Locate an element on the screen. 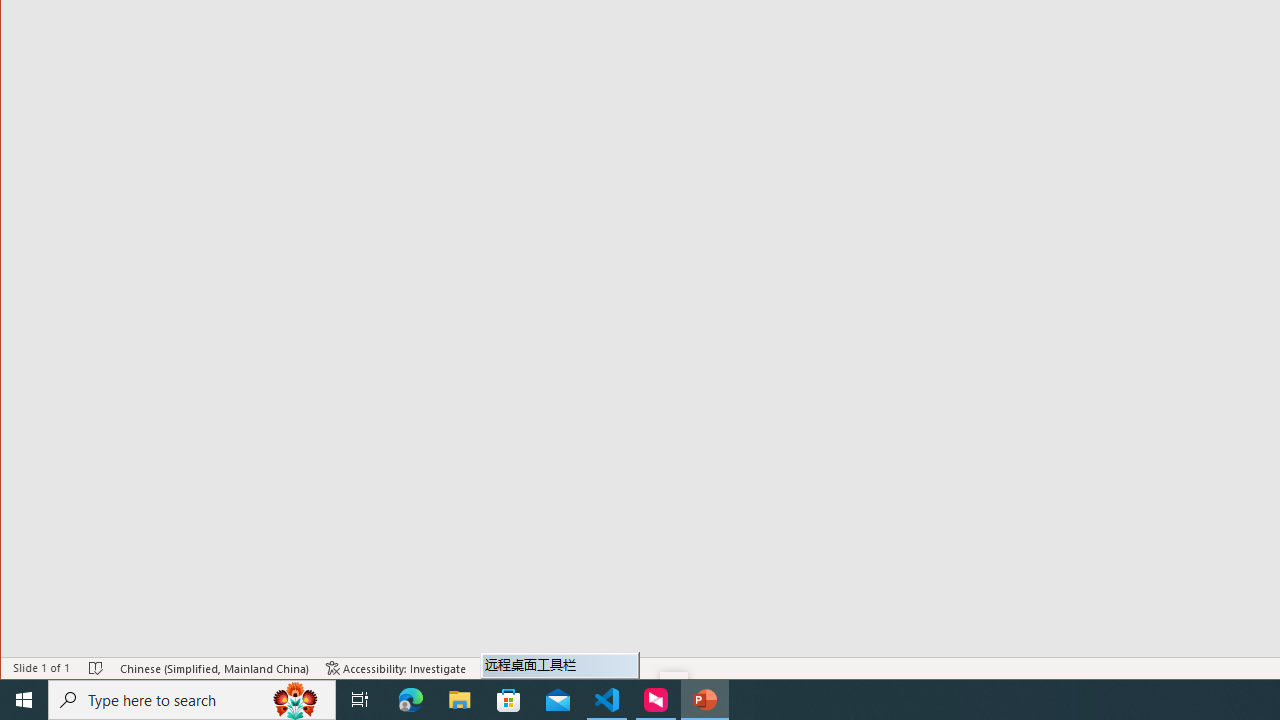 The width and height of the screenshot is (1280, 720). 'Spell Check No Errors' is located at coordinates (95, 668).